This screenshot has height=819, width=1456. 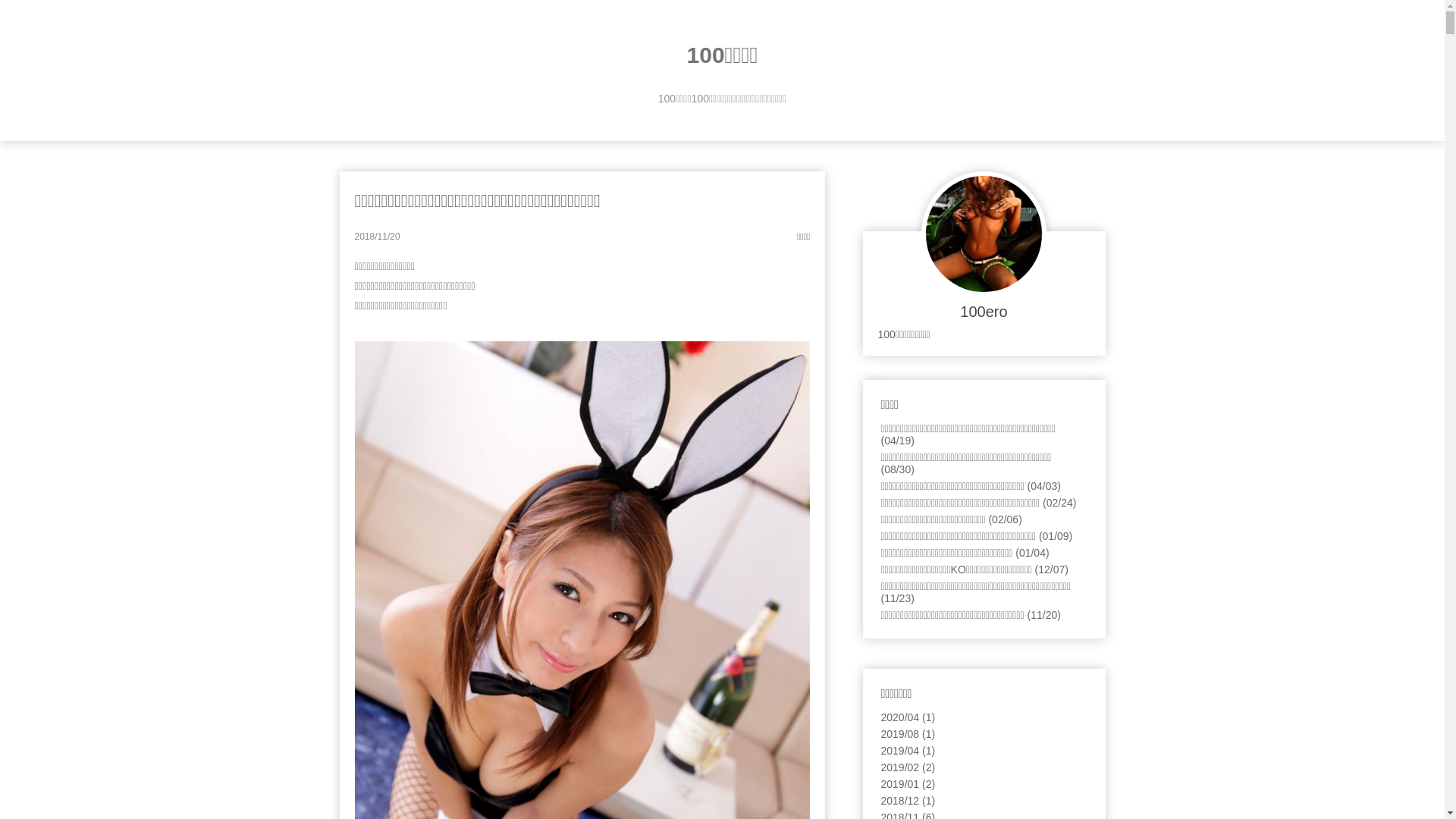 What do you see at coordinates (908, 783) in the screenshot?
I see `'2019/01 (2)'` at bounding box center [908, 783].